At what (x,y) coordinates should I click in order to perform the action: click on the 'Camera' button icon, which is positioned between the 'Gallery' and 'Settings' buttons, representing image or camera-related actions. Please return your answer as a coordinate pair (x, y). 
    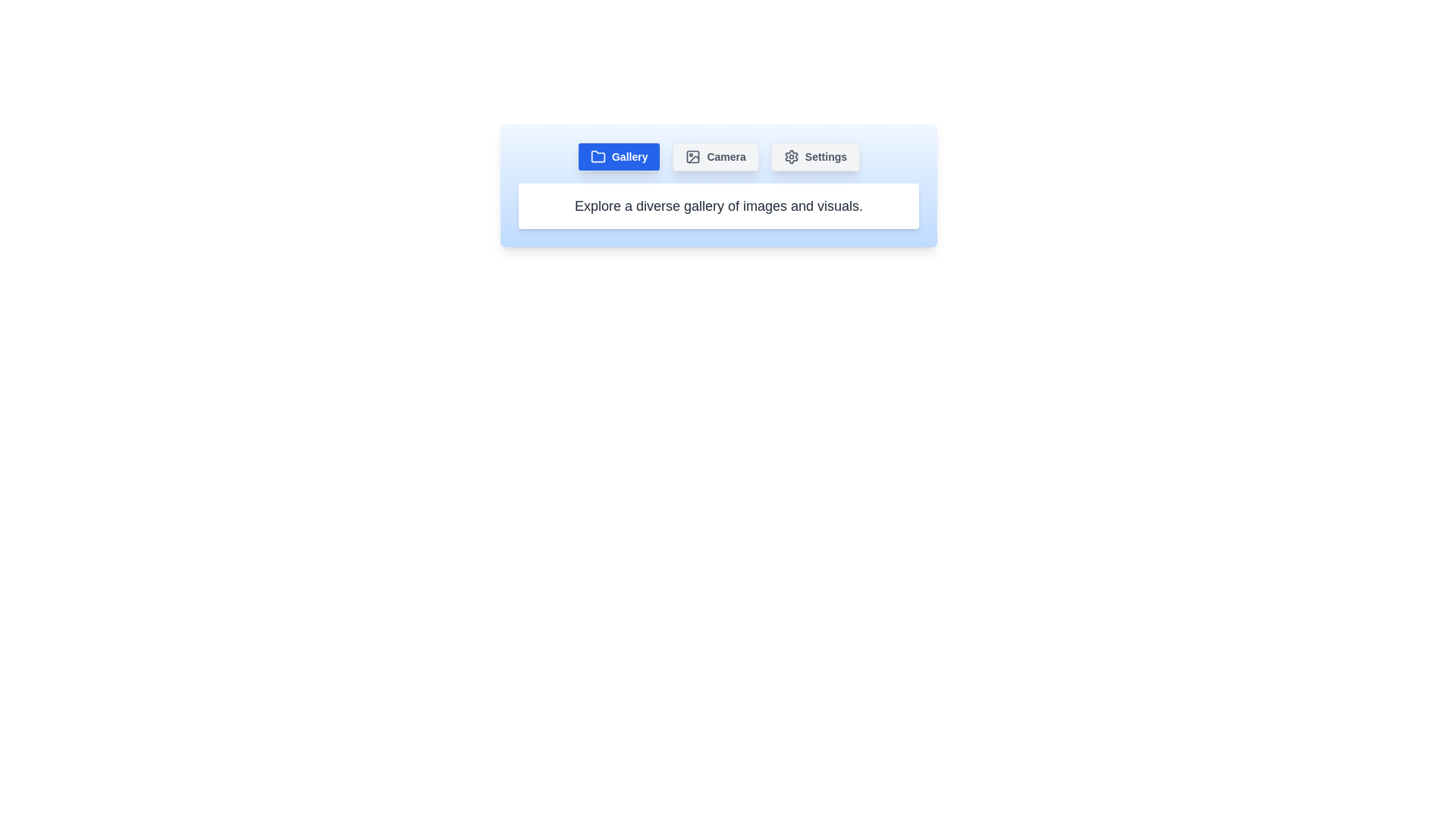
    Looking at the image, I should click on (692, 157).